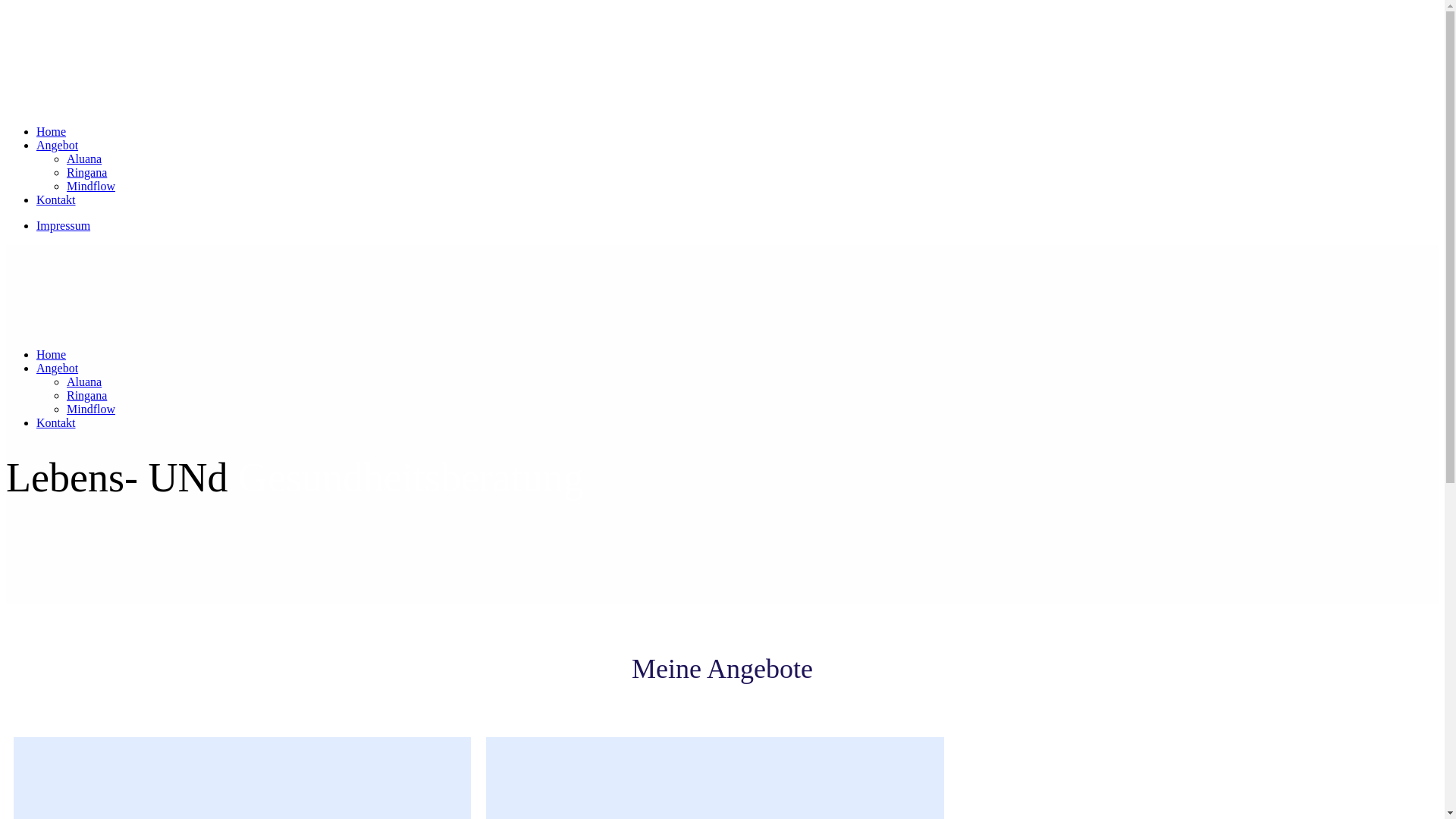 This screenshot has height=819, width=1456. What do you see at coordinates (83, 158) in the screenshot?
I see `'Aluana'` at bounding box center [83, 158].